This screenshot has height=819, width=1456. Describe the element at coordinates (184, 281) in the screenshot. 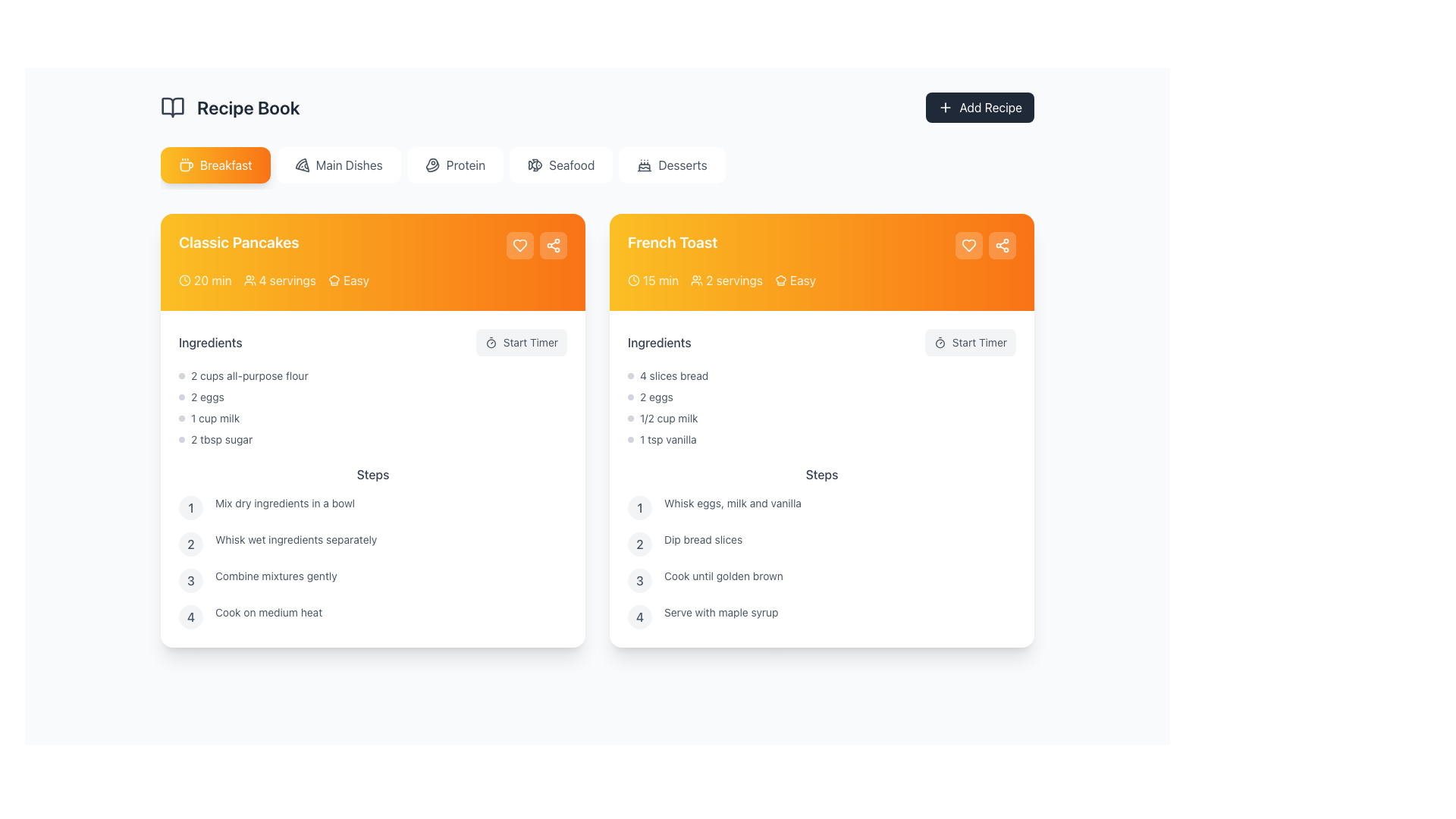

I see `the decorative SVG circle element in the center of the clock icon on the 'Classic Pancakes' card located in the yellow gradient header section` at that location.